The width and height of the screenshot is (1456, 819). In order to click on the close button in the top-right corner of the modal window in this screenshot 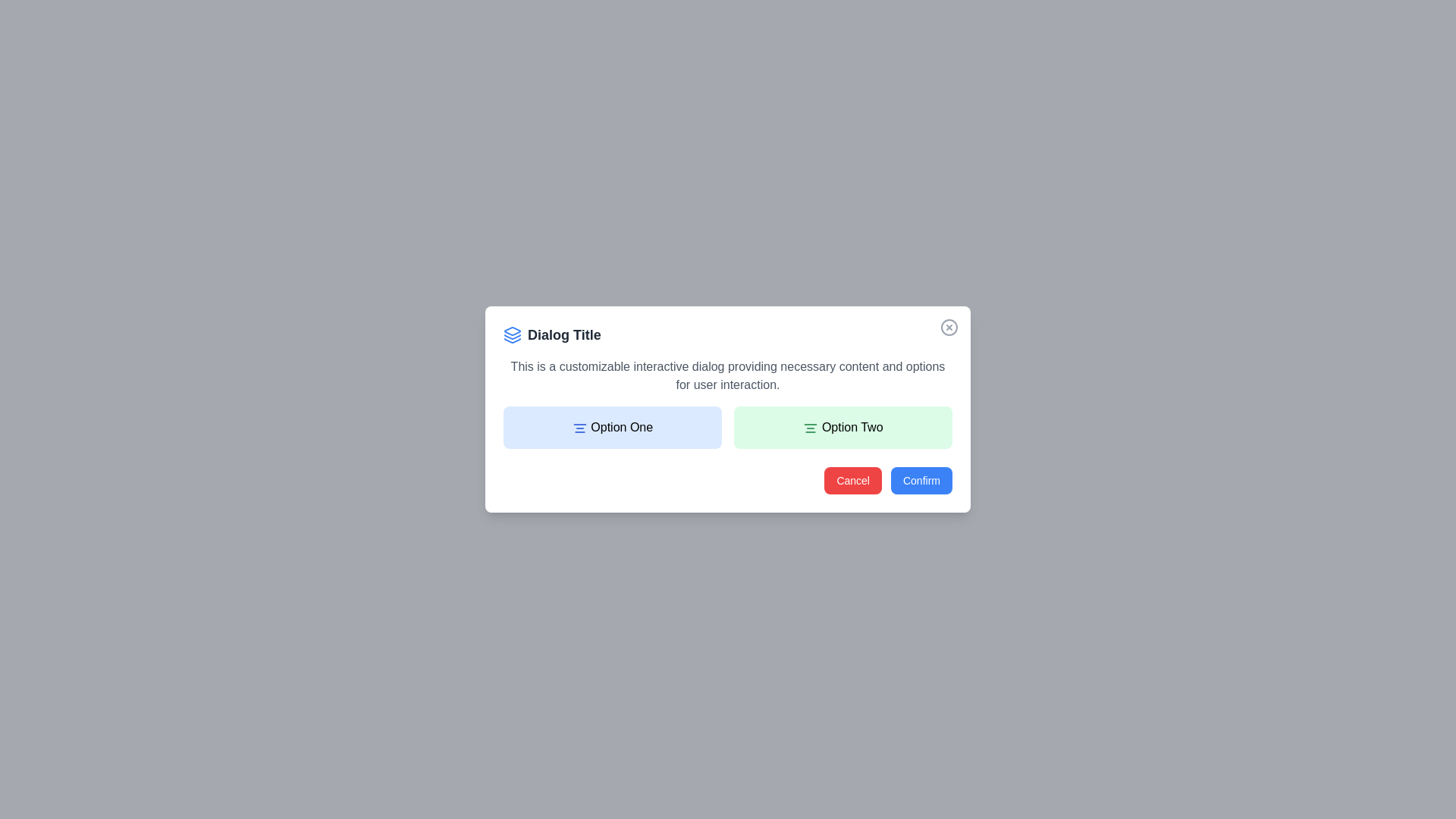, I will do `click(949, 327)`.